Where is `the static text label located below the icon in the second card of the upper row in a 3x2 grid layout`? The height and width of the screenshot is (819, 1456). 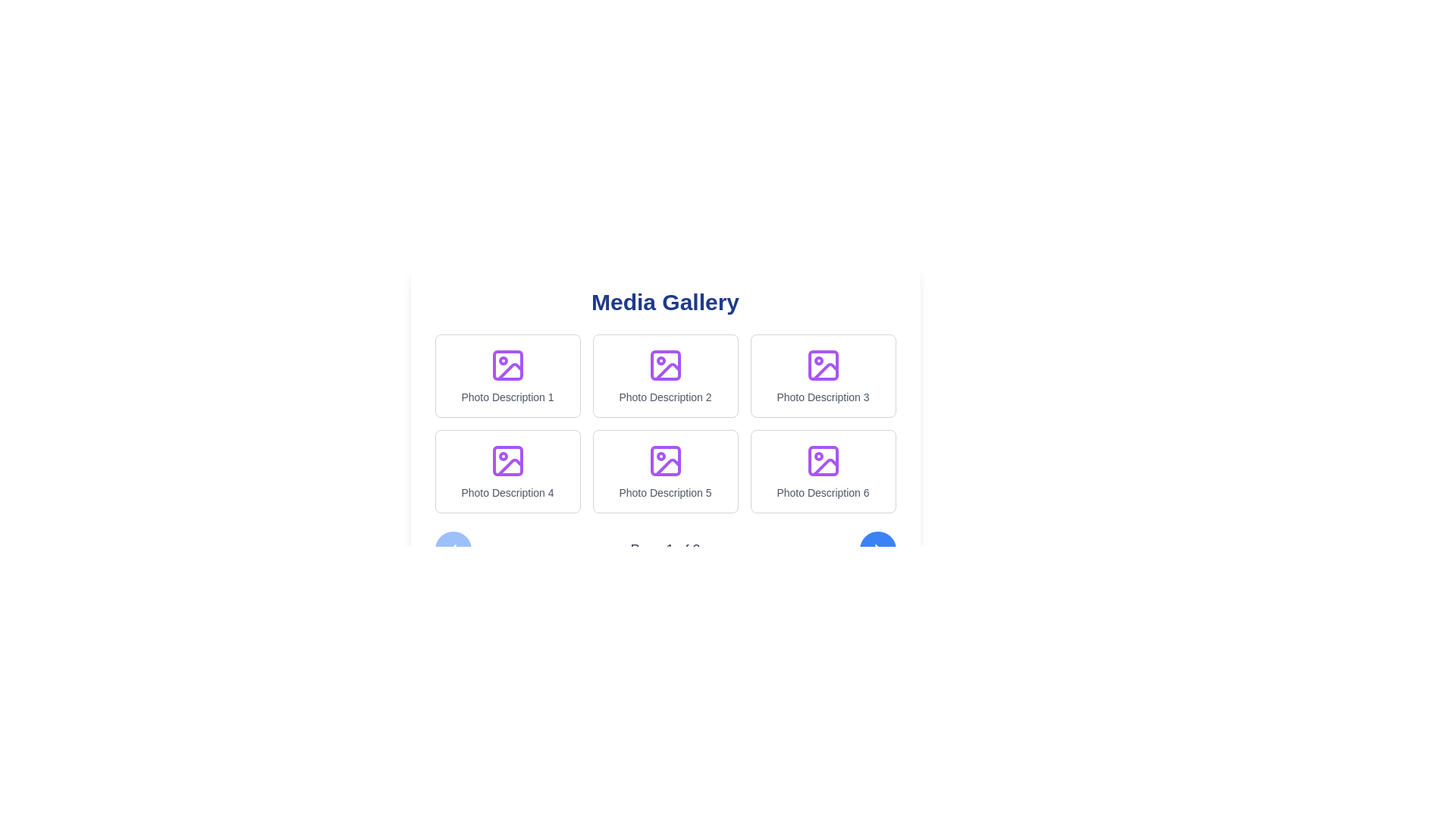 the static text label located below the icon in the second card of the upper row in a 3x2 grid layout is located at coordinates (665, 397).